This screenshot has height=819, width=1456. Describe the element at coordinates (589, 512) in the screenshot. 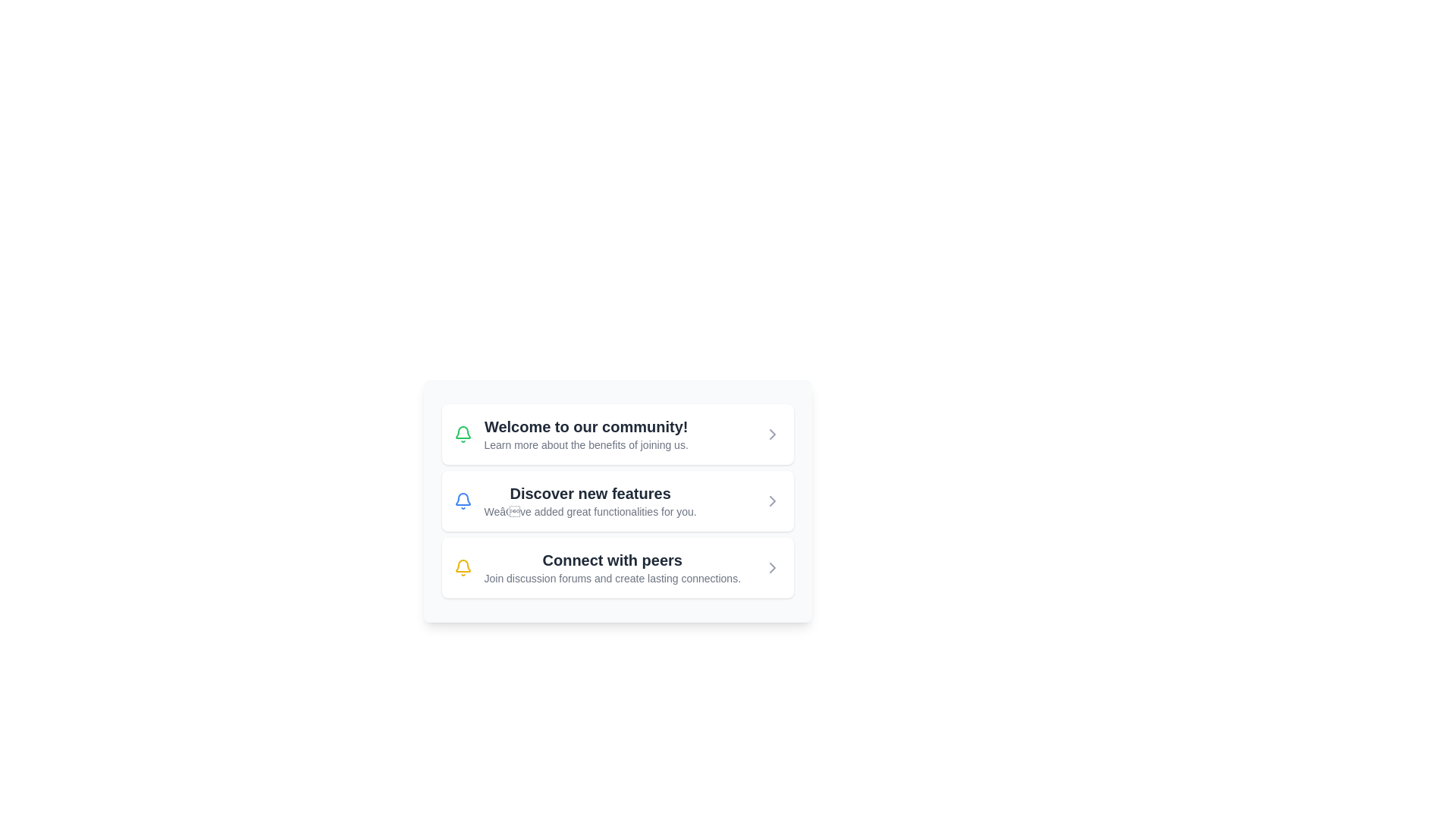

I see `the Text Label that provides contextual information about the options related to the main heading 'Discover new features', located in the middle section of the card below the heading` at that location.